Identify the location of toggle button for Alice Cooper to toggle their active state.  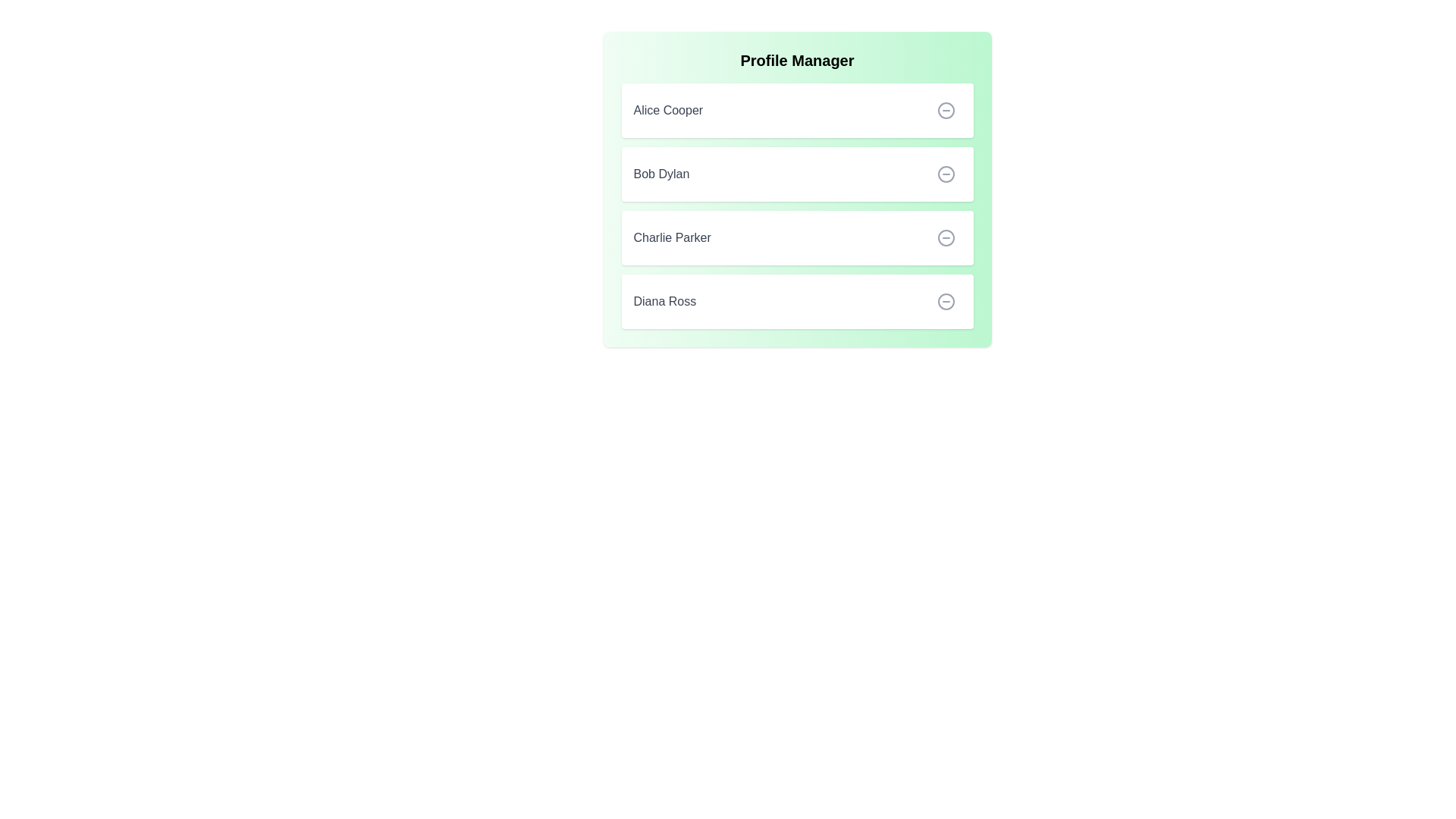
(945, 110).